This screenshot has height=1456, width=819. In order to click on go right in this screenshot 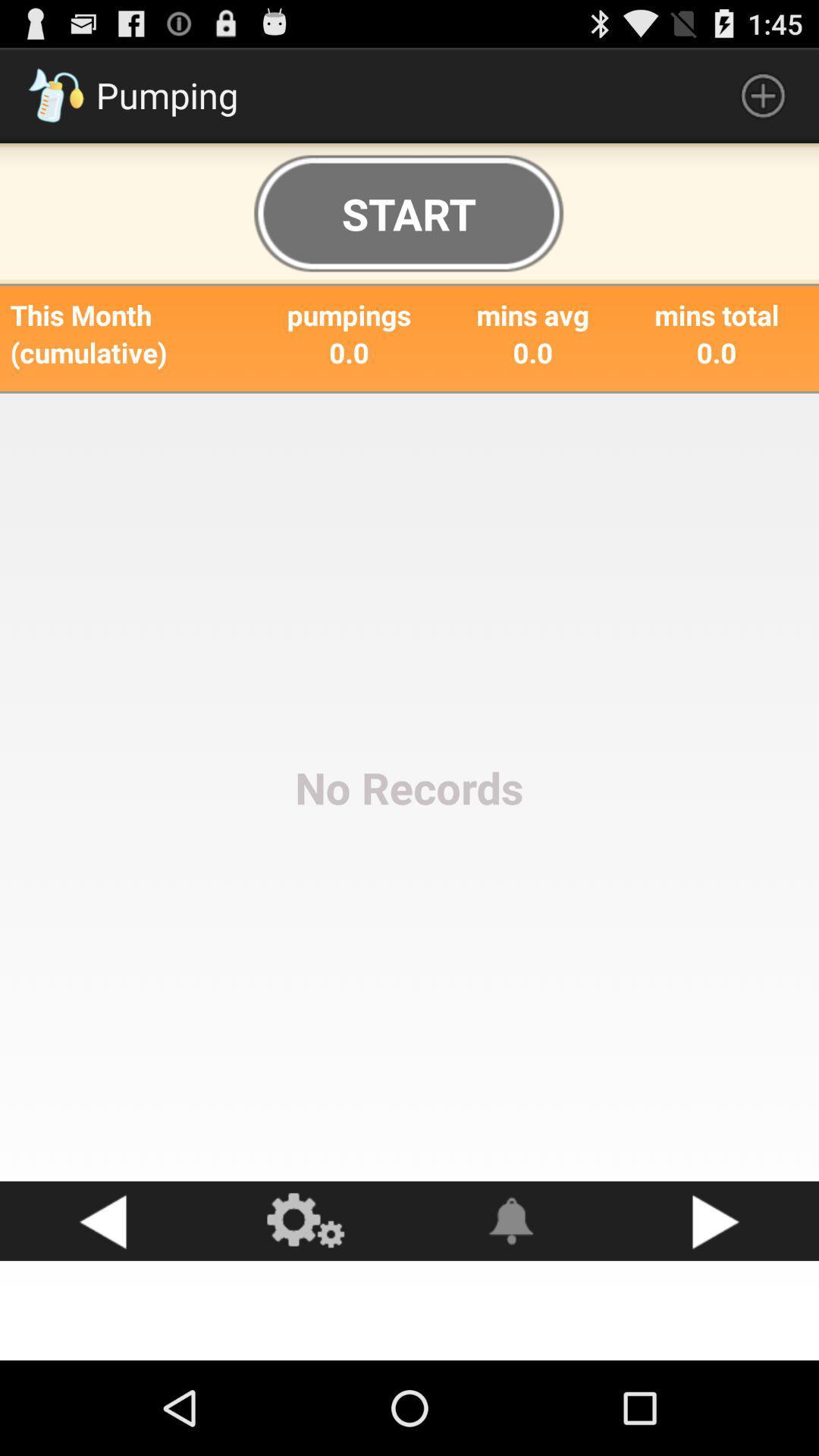, I will do `click(717, 1221)`.